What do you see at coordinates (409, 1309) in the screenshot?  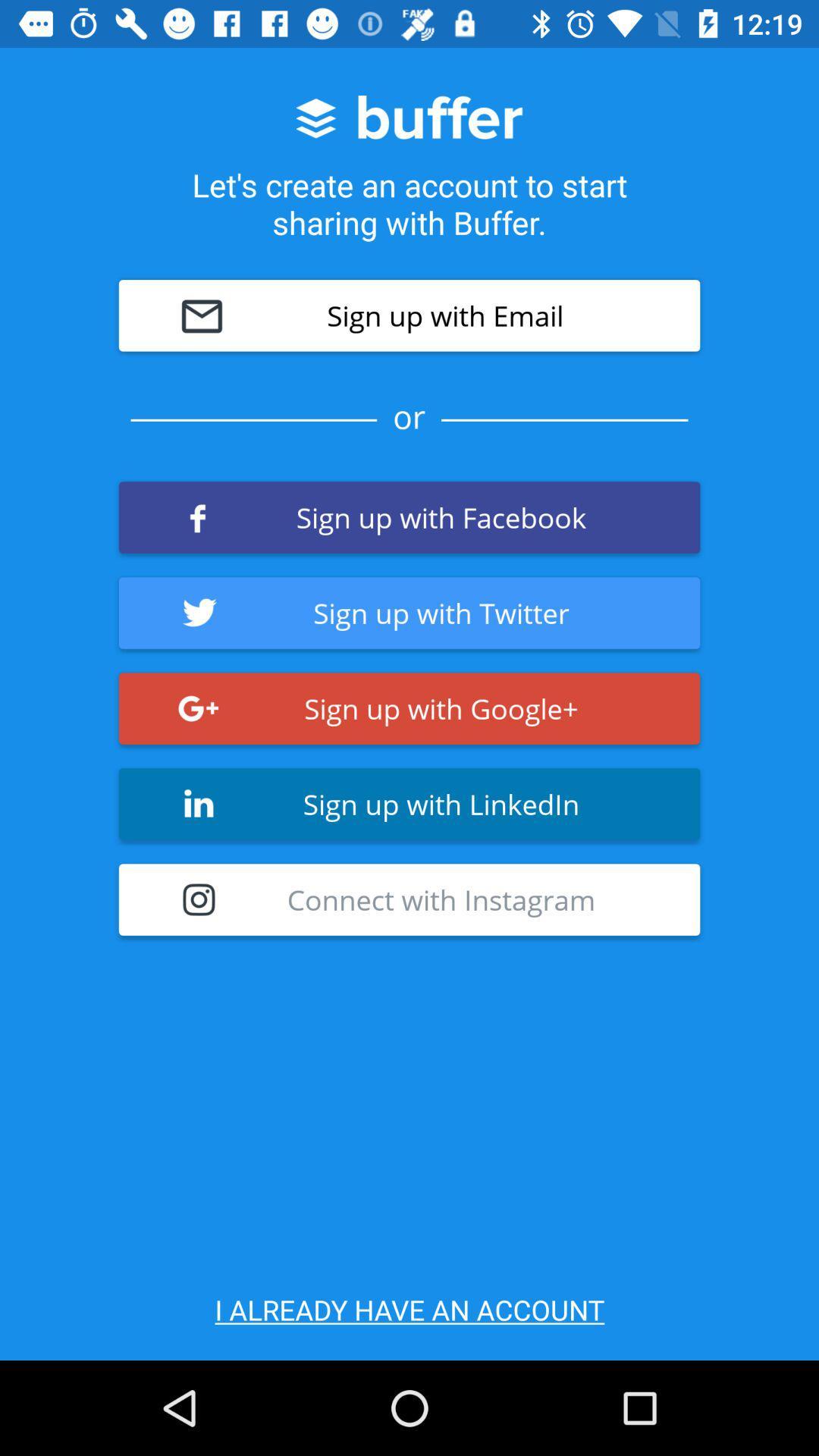 I see `i already have icon` at bounding box center [409, 1309].